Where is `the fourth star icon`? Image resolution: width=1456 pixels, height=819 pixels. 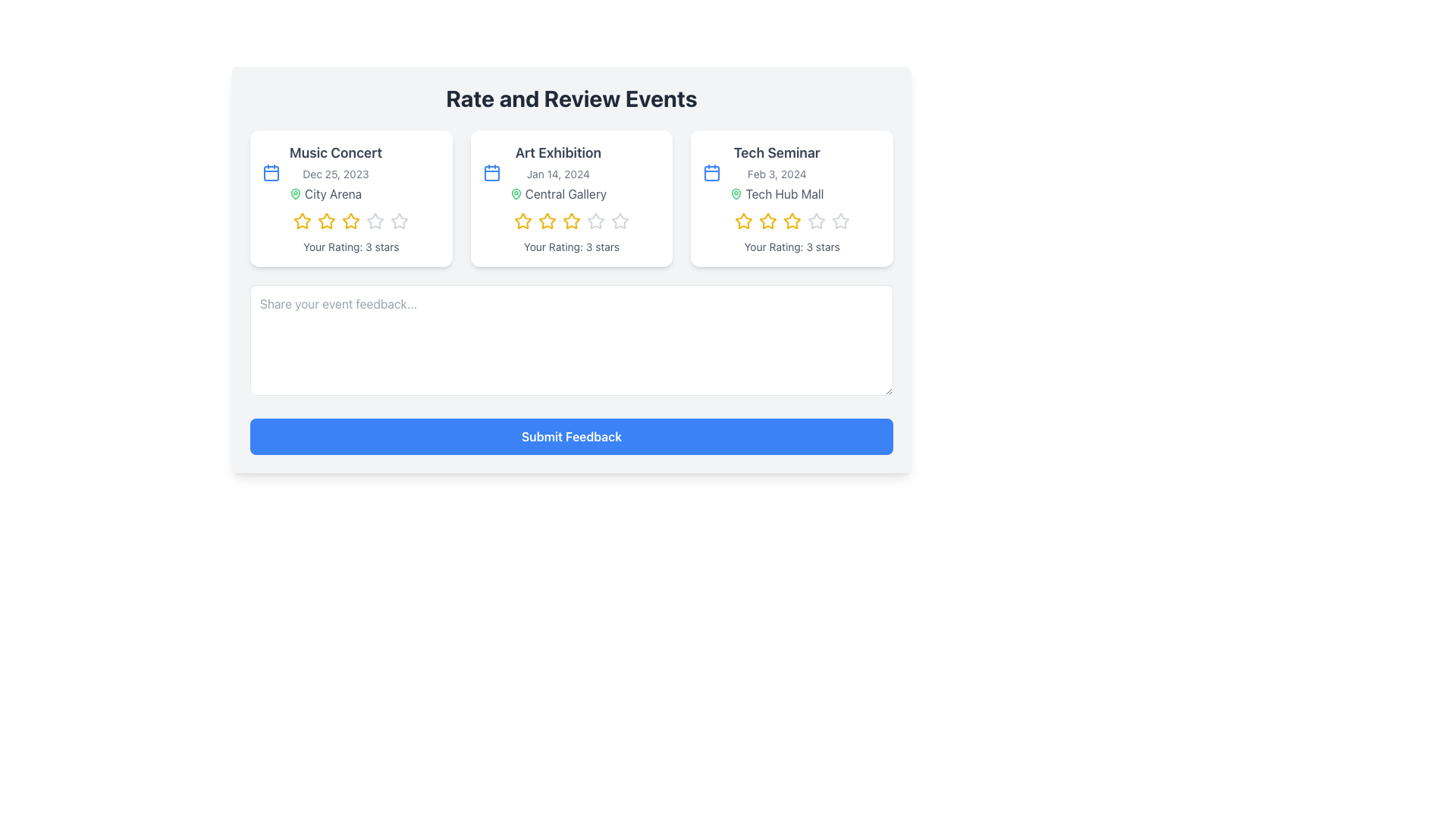 the fourth star icon is located at coordinates (595, 221).